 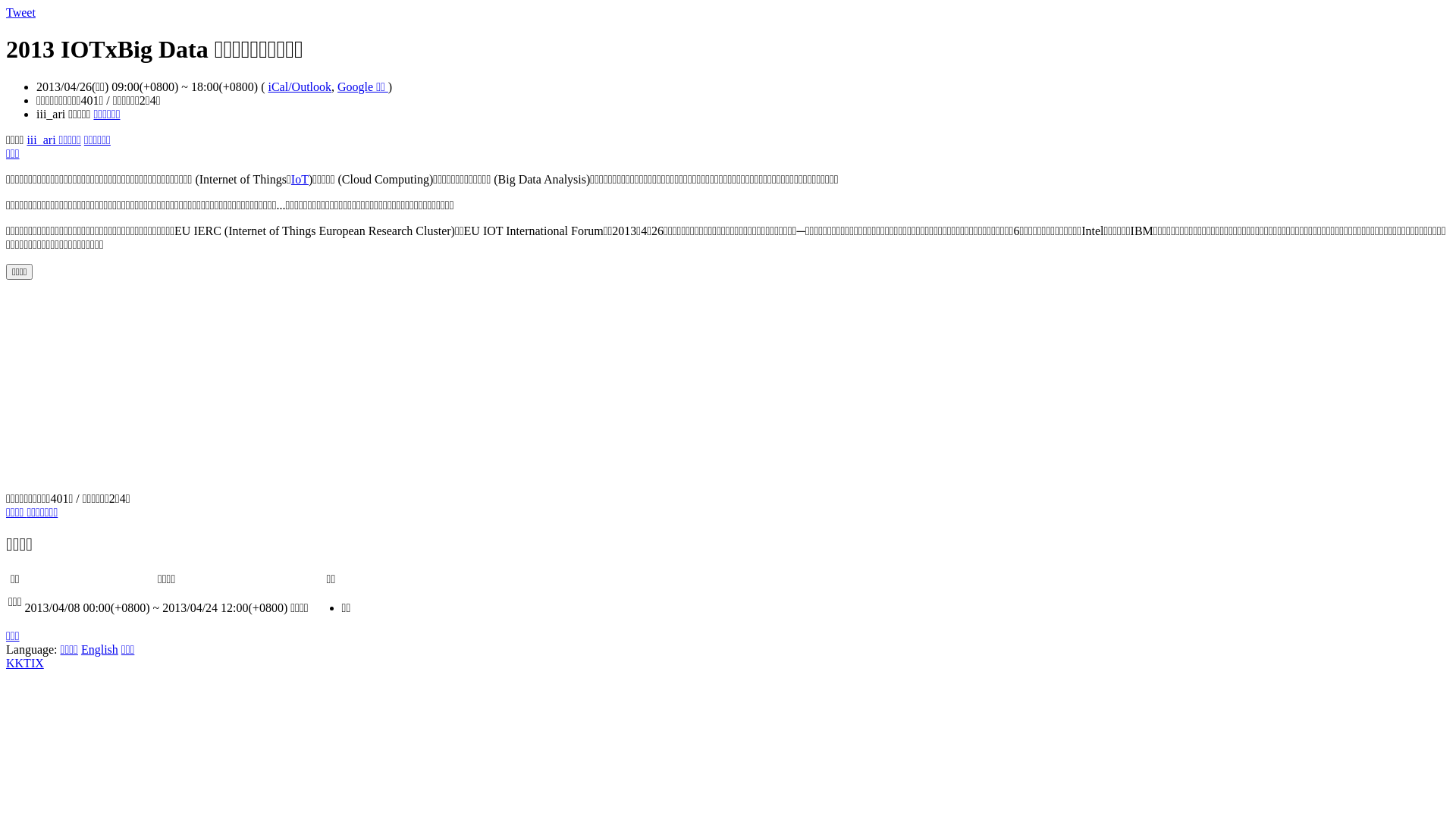 I want to click on 'IoT', so click(x=300, y=178).